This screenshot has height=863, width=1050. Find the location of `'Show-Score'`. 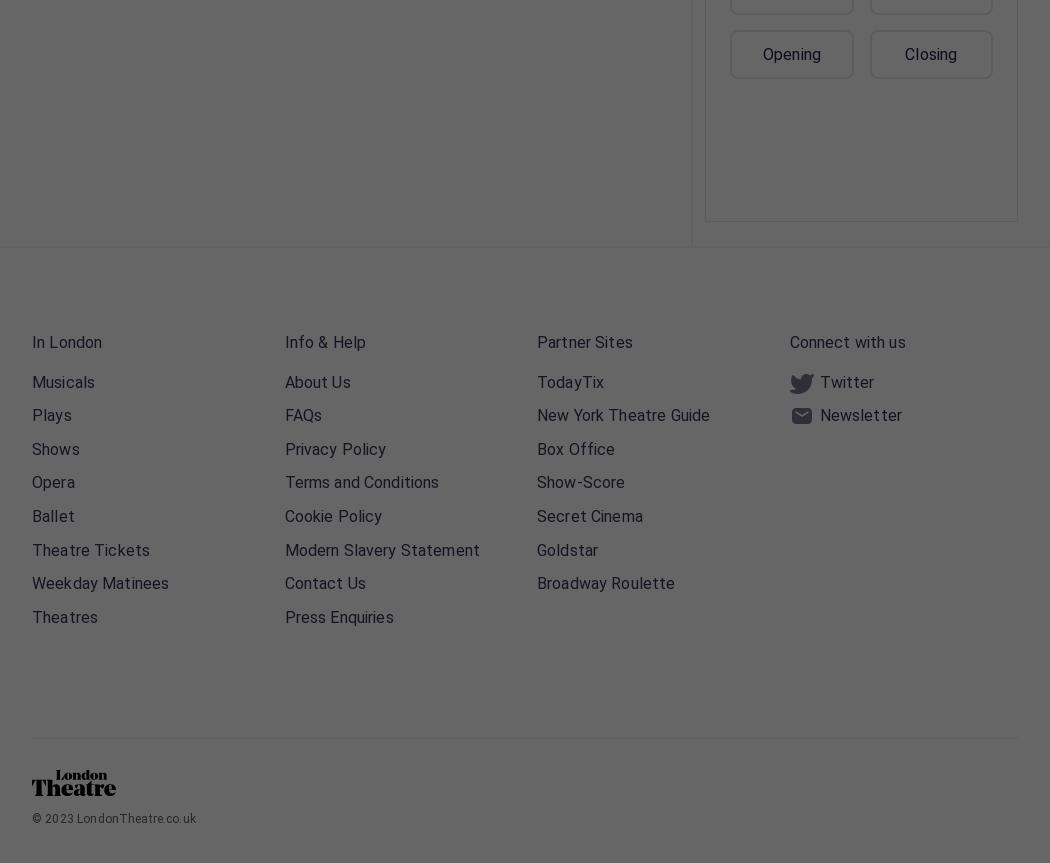

'Show-Score' is located at coordinates (536, 481).